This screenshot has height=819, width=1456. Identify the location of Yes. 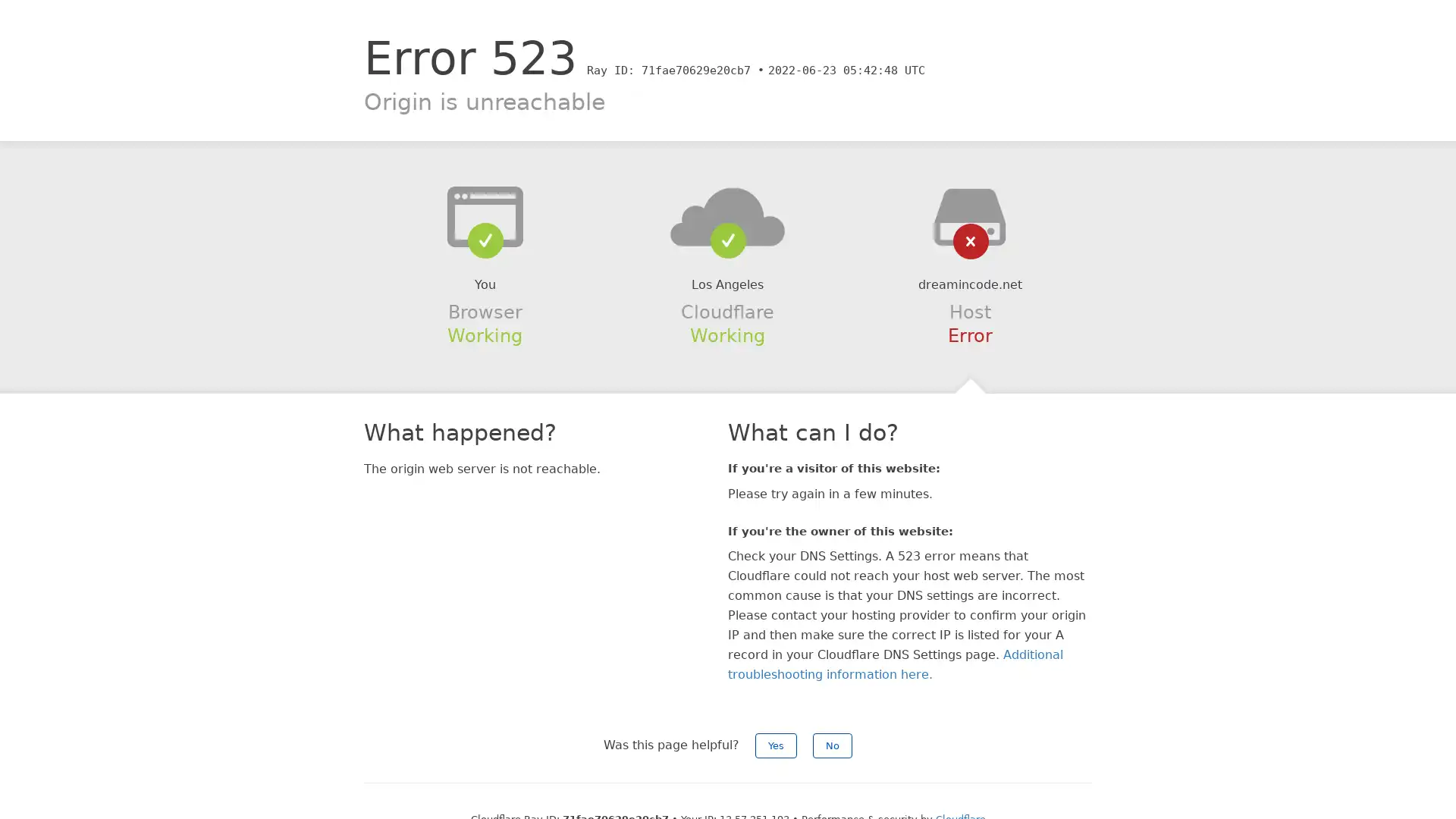
(776, 745).